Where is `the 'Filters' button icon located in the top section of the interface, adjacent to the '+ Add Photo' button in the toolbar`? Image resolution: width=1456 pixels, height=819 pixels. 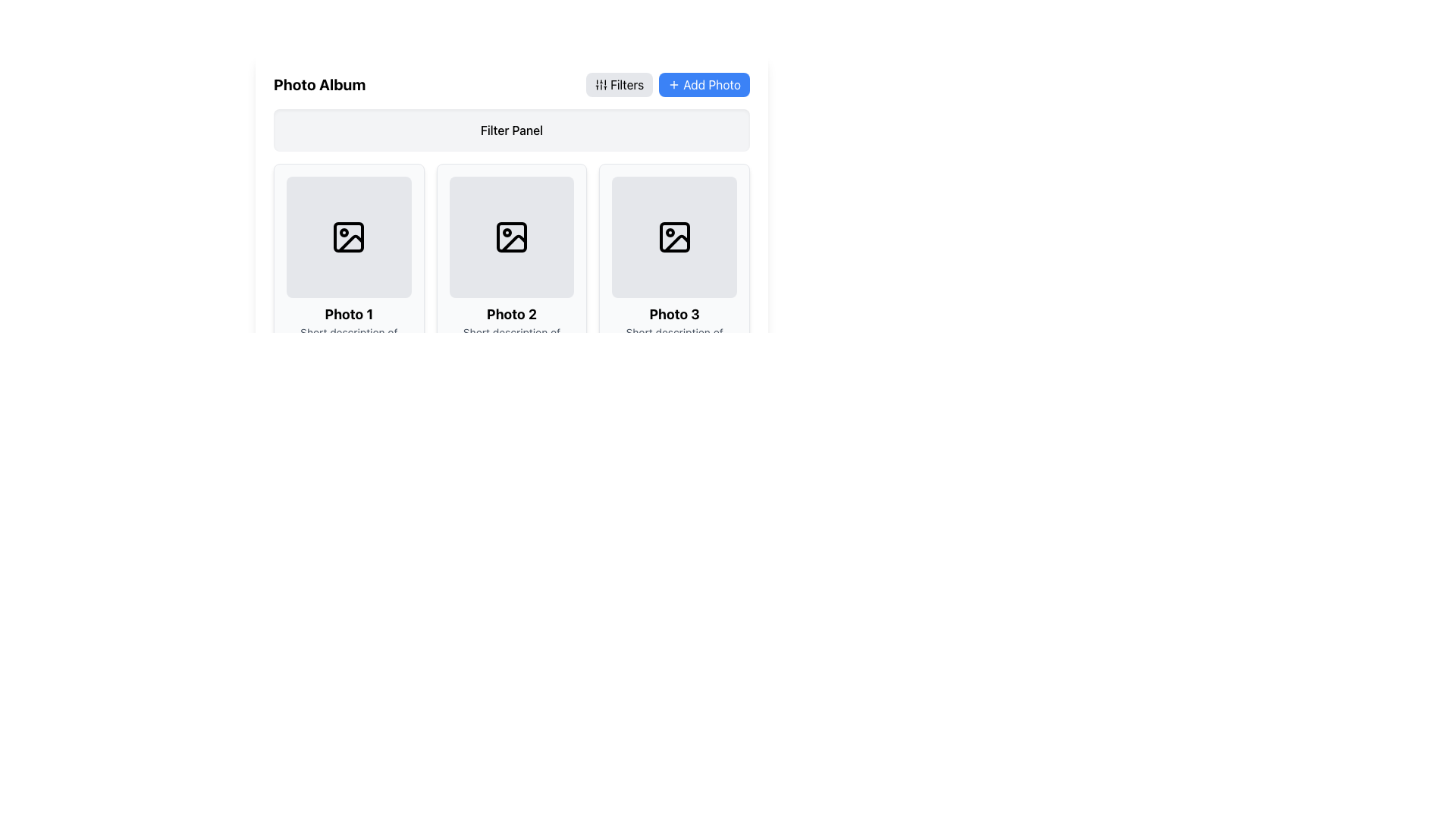 the 'Filters' button icon located in the top section of the interface, adjacent to the '+ Add Photo' button in the toolbar is located at coordinates (600, 84).